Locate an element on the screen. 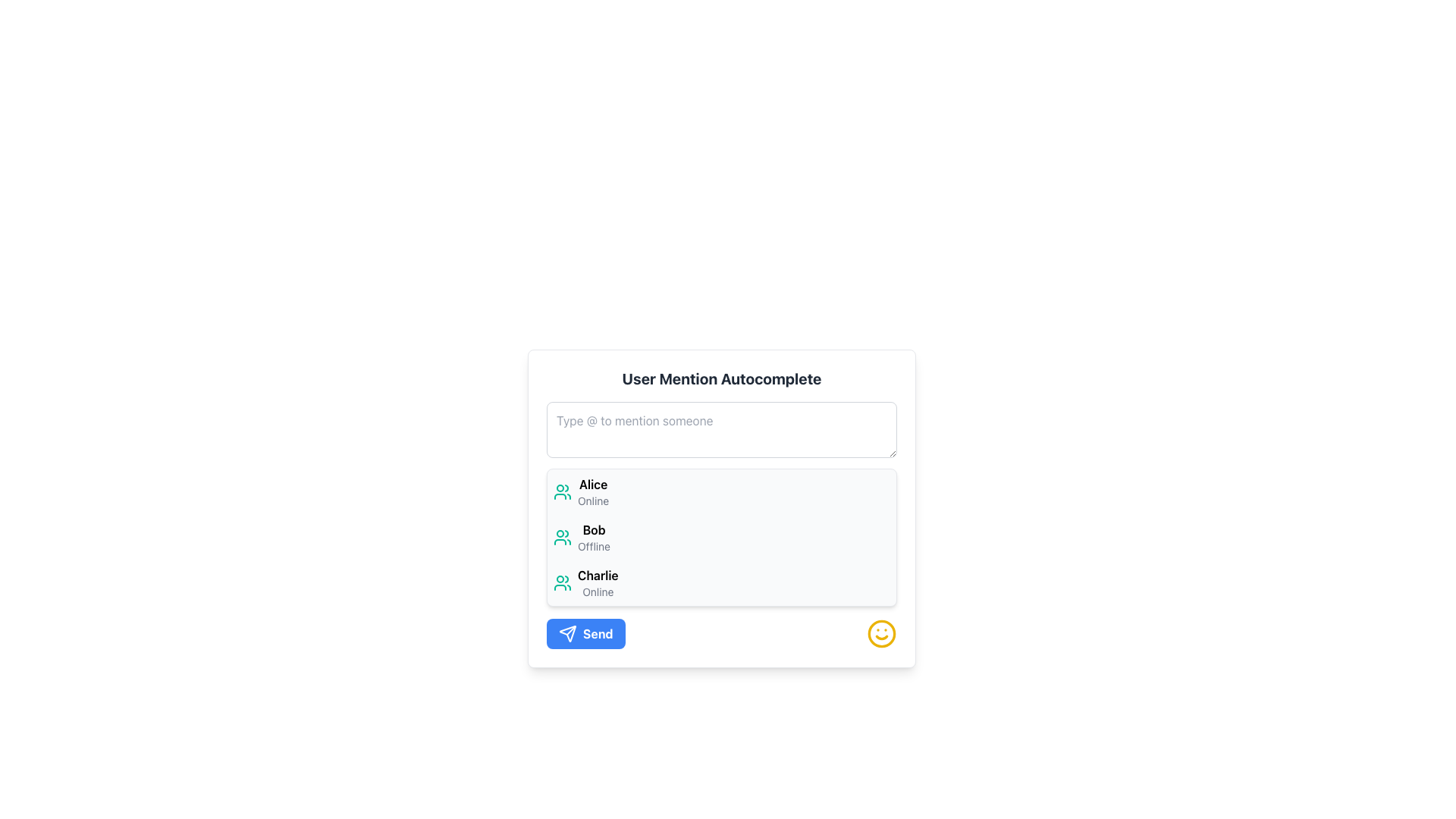 This screenshot has width=1456, height=819. the bold text label displaying the name 'Bob' in the dropdown autocomplete menu is located at coordinates (593, 529).